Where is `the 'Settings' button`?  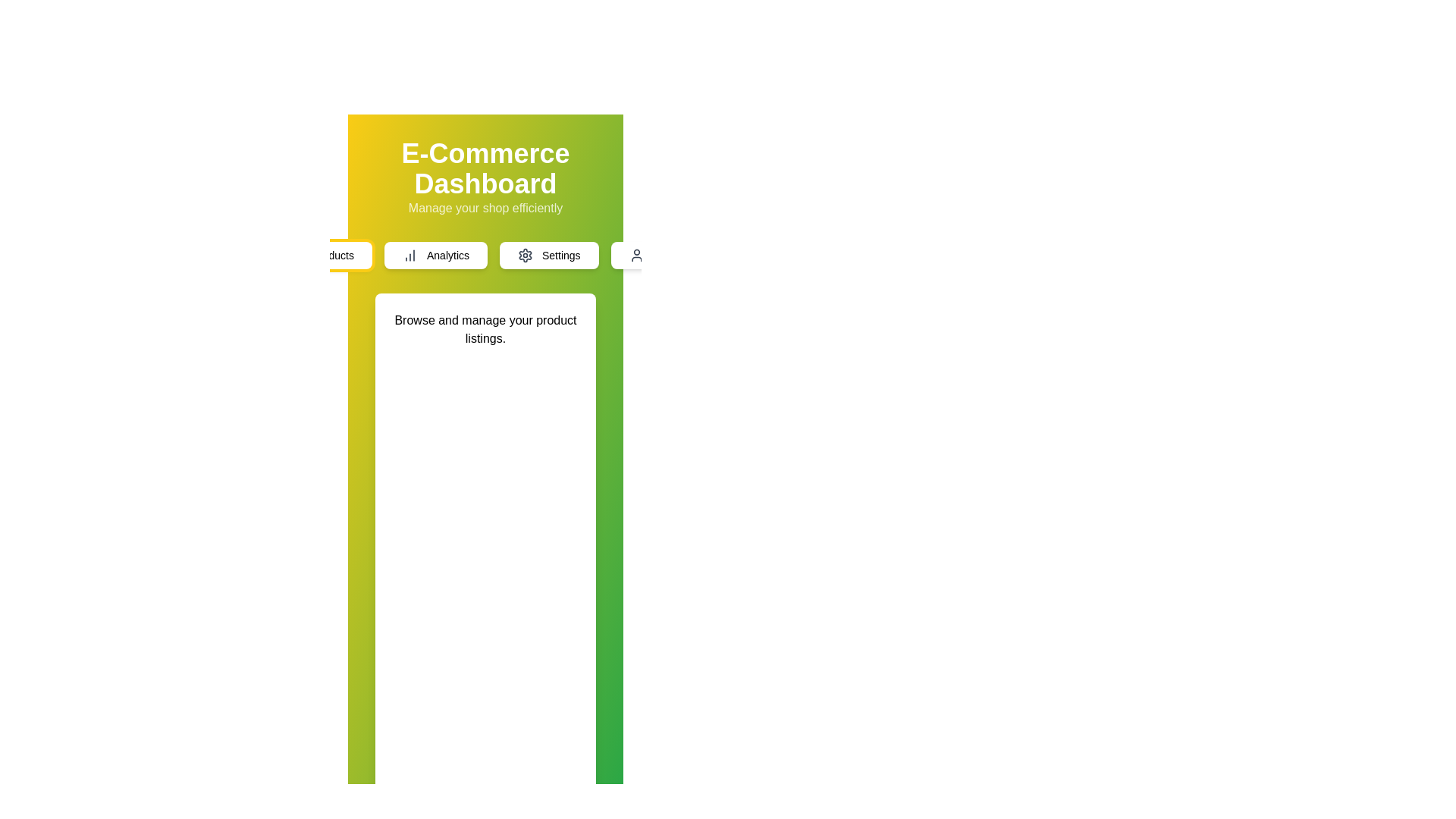 the 'Settings' button is located at coordinates (548, 254).